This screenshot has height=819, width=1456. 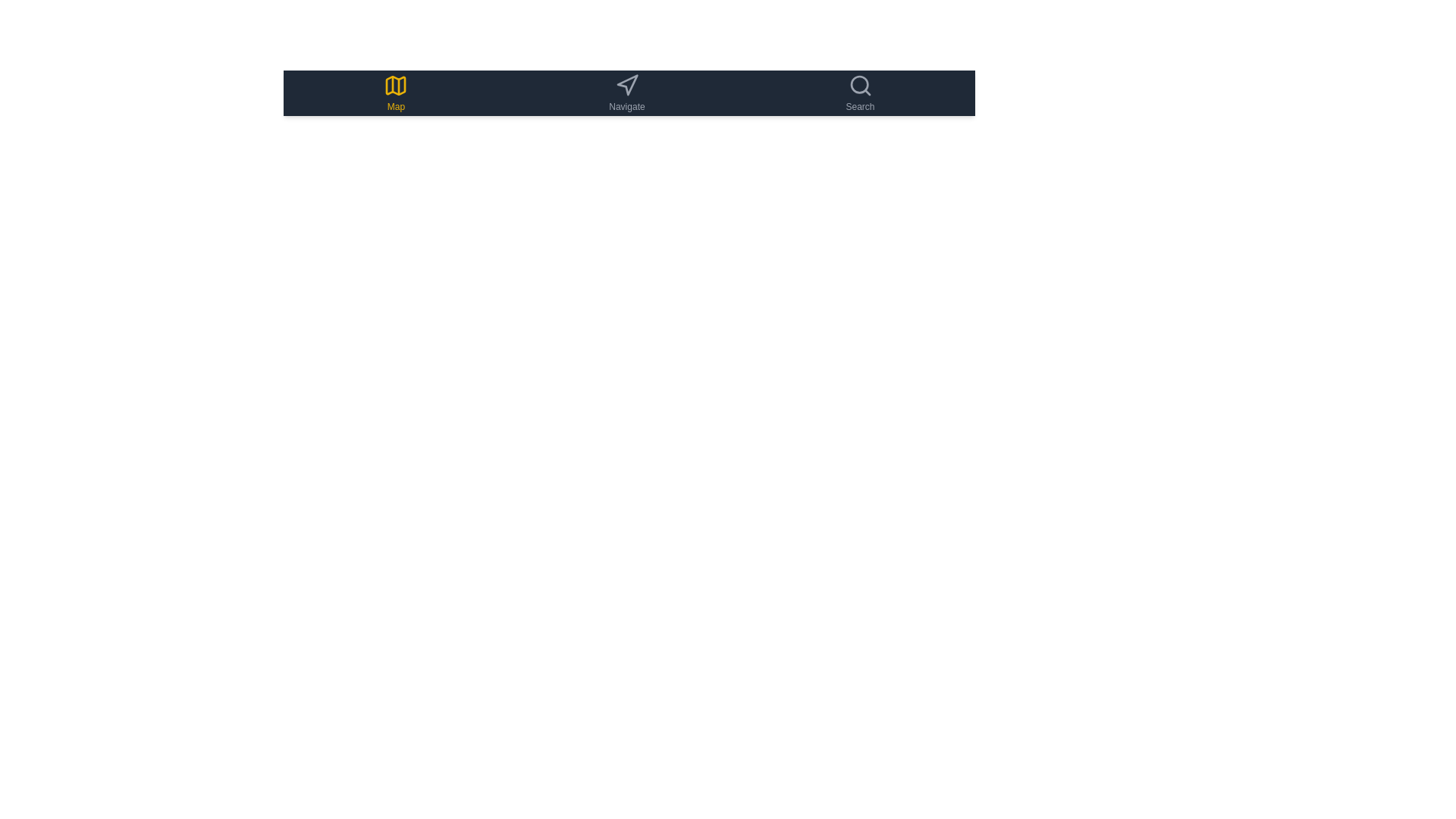 I want to click on the magnifying glass icon in the rightmost section of the horizontal menu bar to initiate the search operation, so click(x=859, y=85).